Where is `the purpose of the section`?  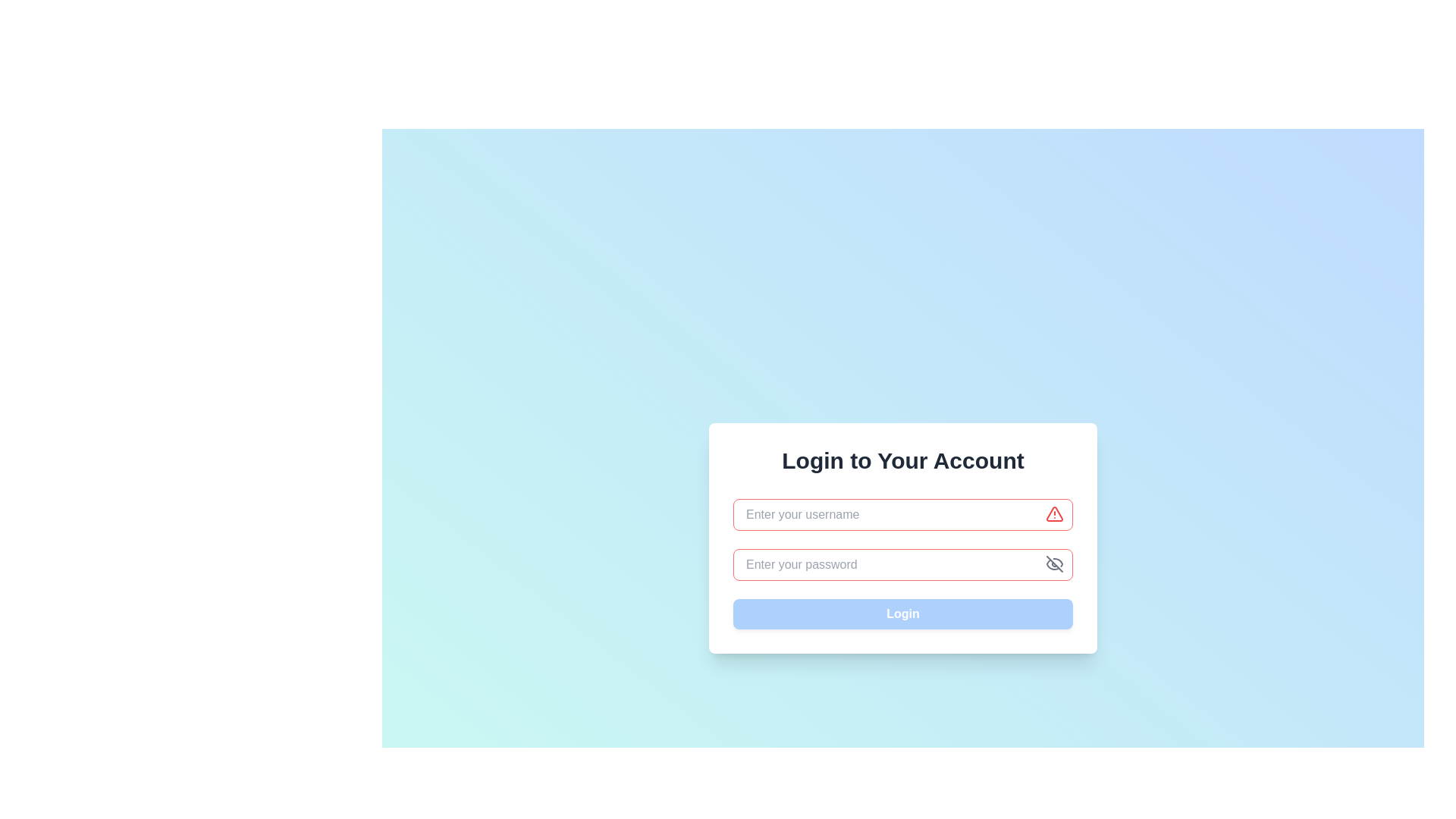
the purpose of the section is located at coordinates (902, 460).